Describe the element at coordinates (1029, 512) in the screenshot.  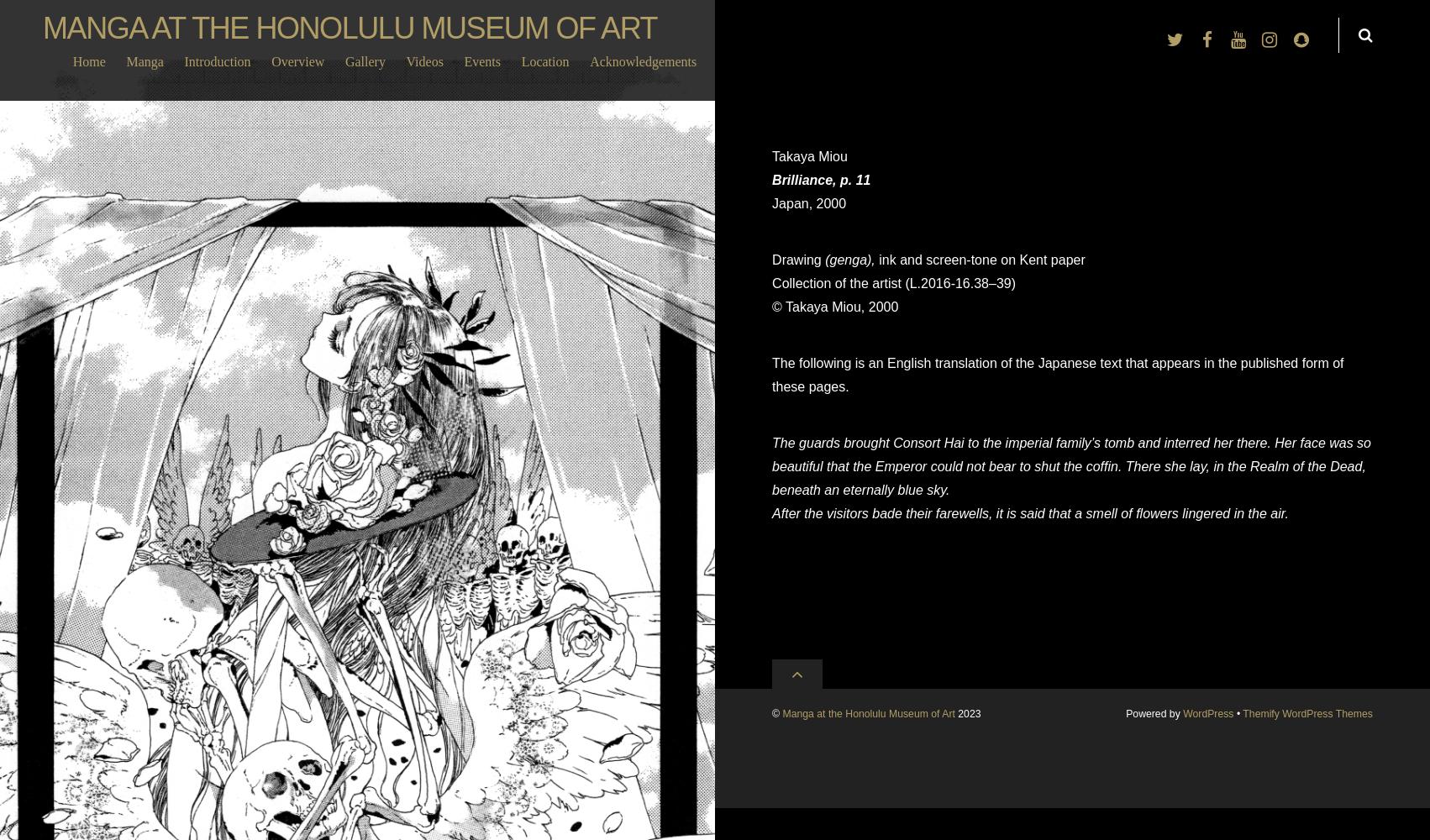
I see `'After the visitors bade their farewells, it is said that a smell of flowers lingered in the air.'` at that location.